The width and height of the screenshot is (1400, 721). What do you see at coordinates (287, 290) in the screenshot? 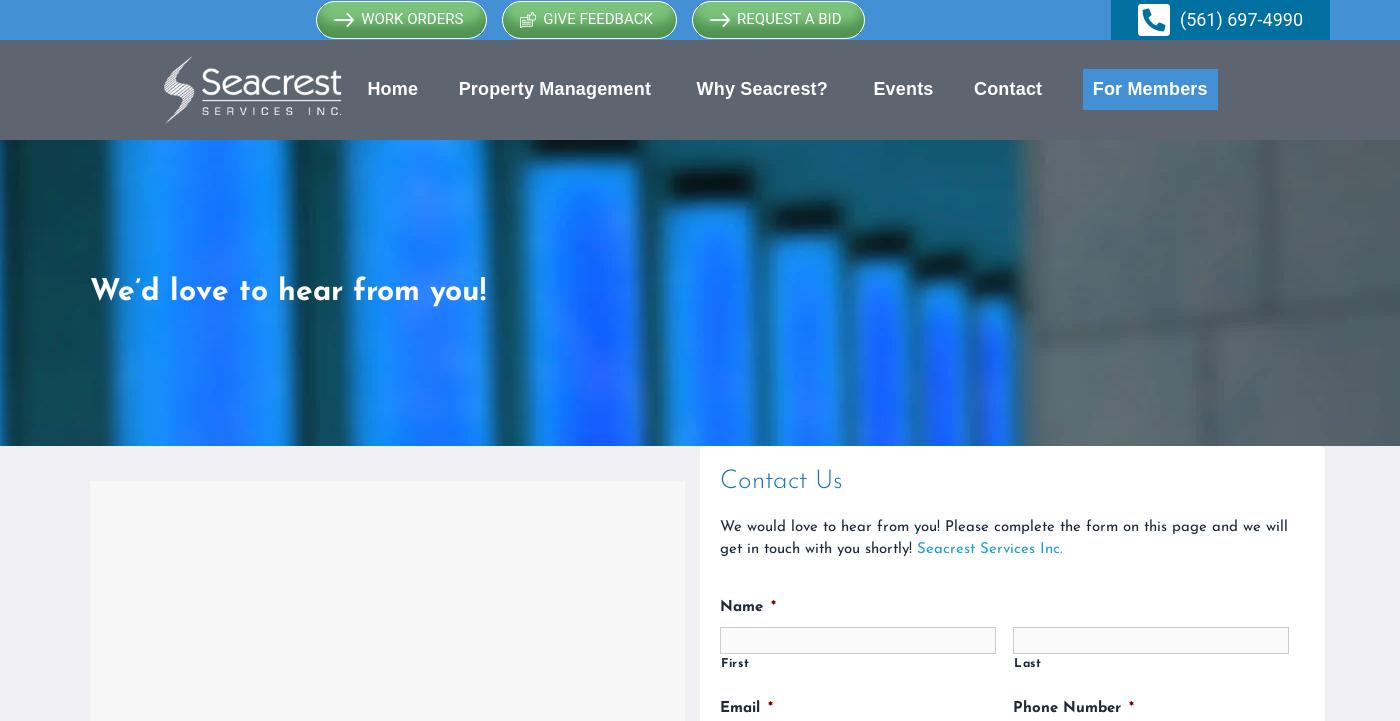
I see `'We’d love to hear from you!'` at bounding box center [287, 290].